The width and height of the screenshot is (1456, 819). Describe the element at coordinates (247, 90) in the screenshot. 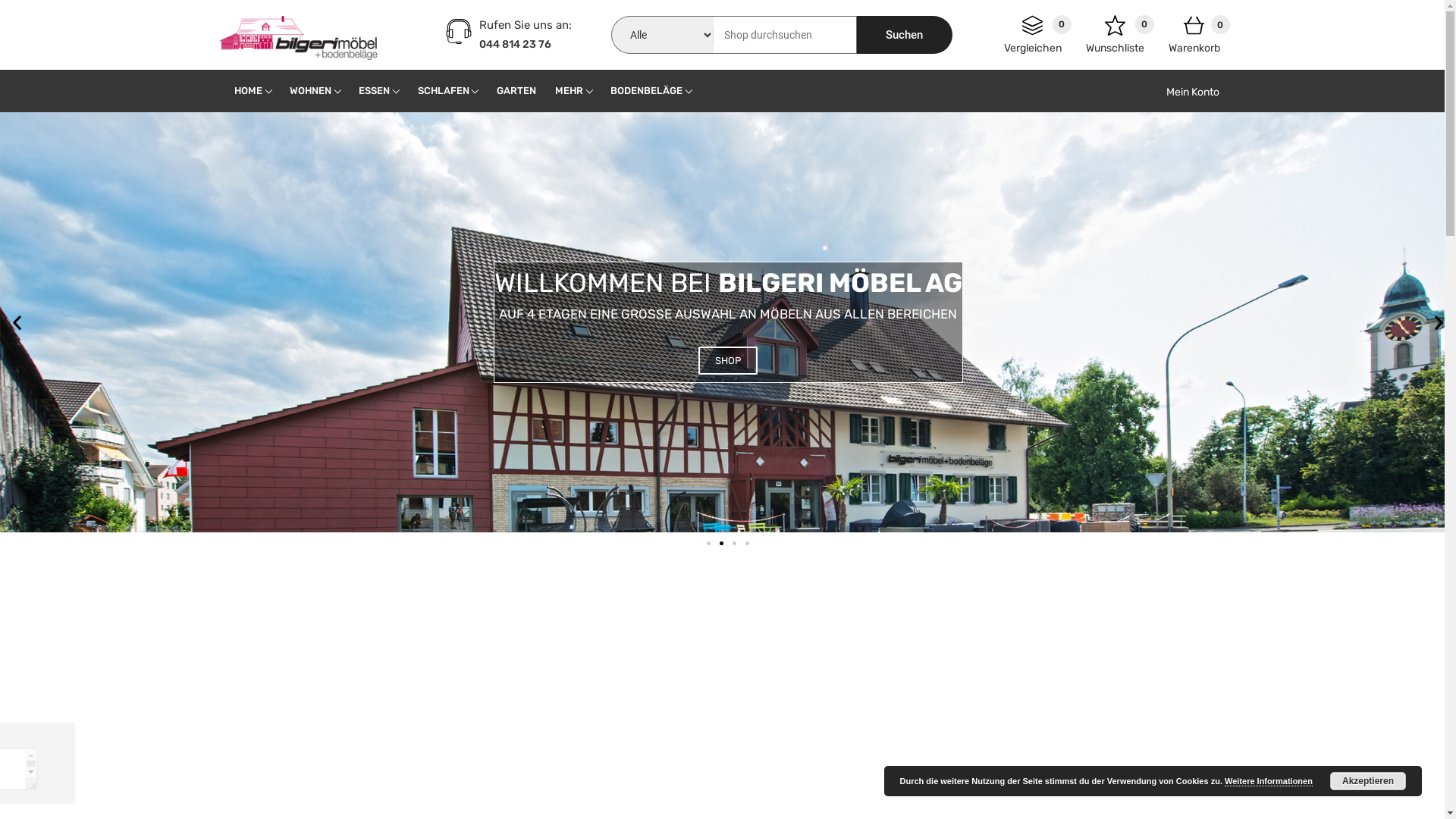

I see `'HOME'` at that location.